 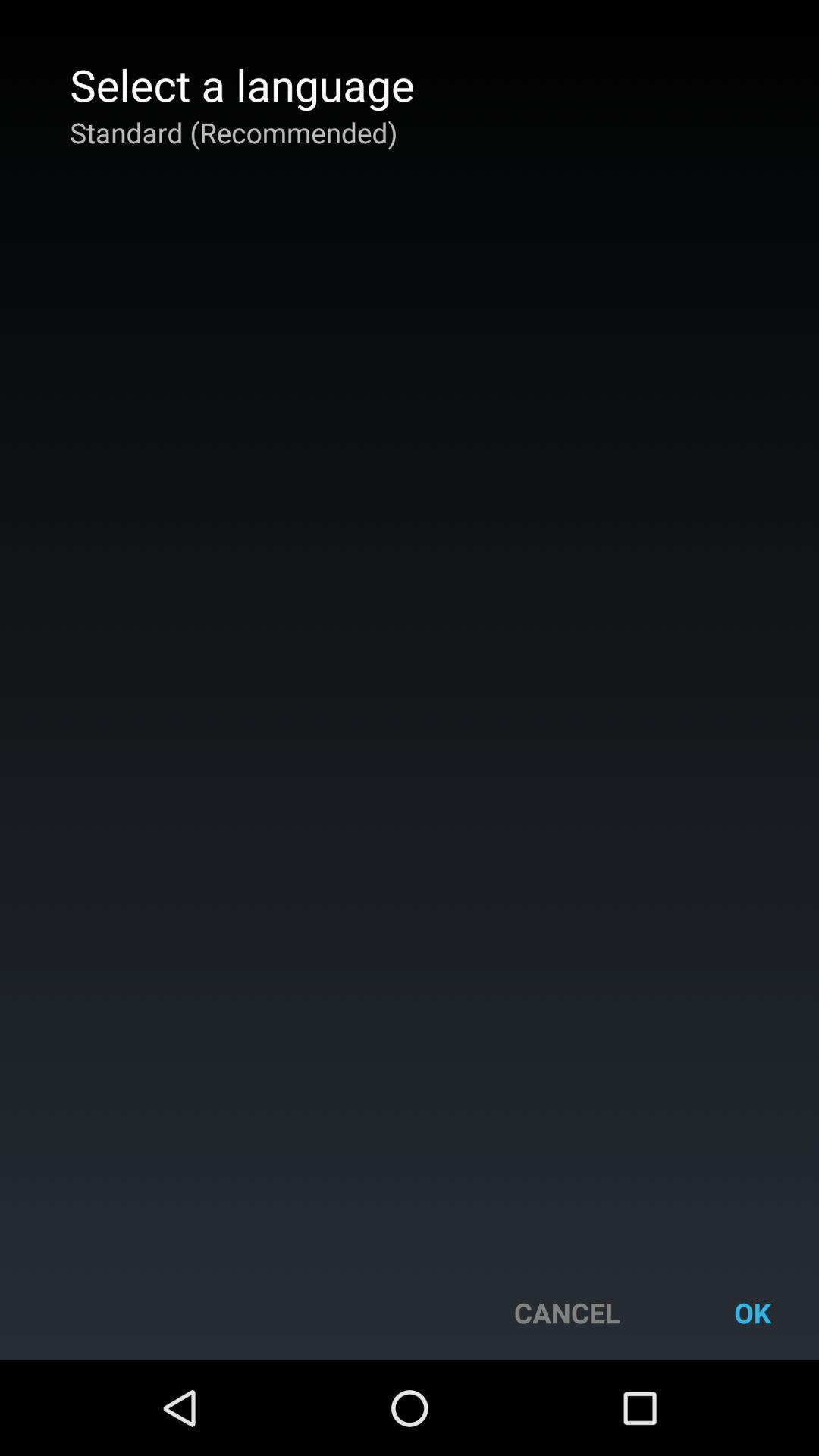 I want to click on the icon to the right of cancel item, so click(x=752, y=1312).